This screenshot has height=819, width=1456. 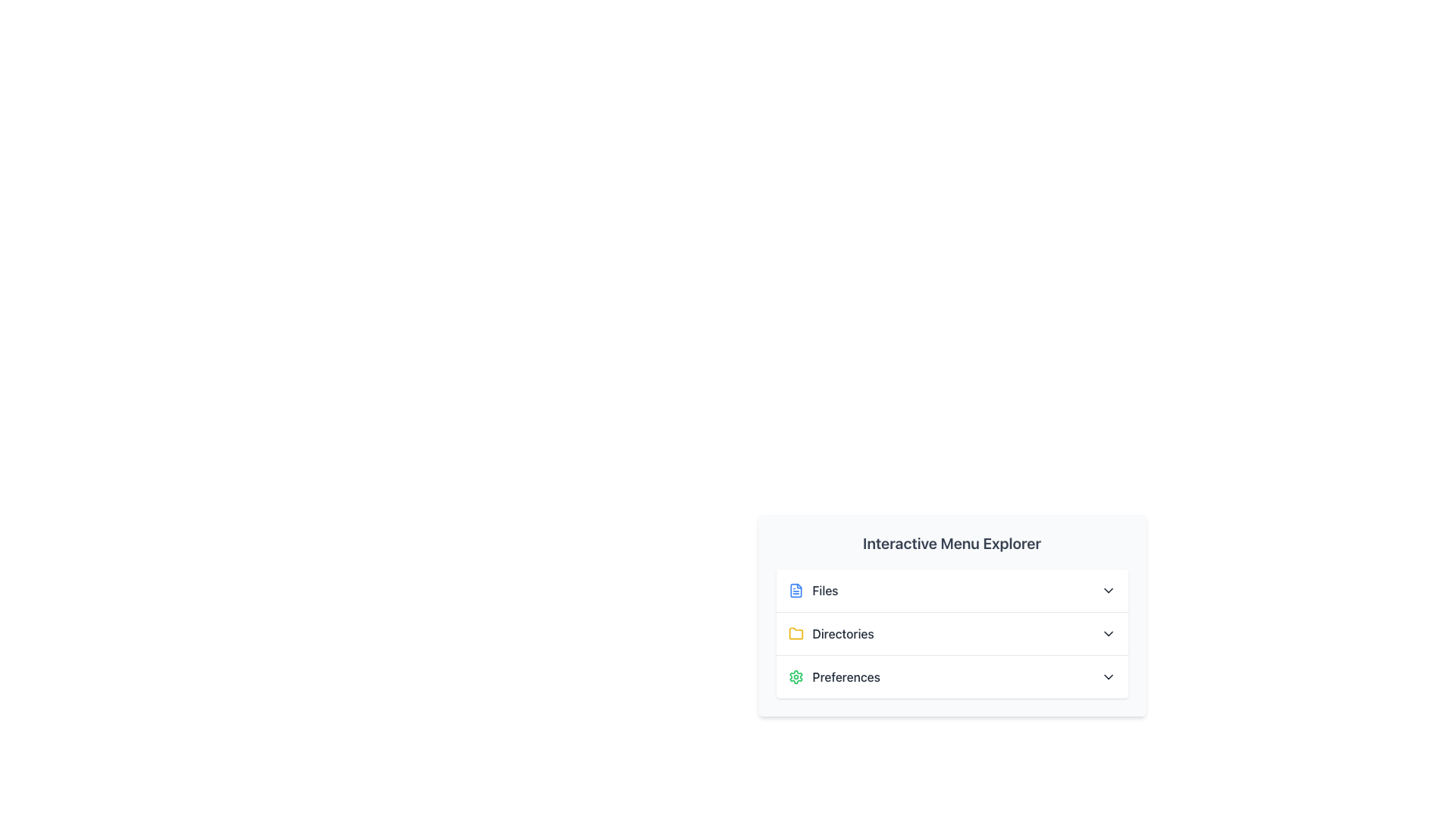 I want to click on the third text label in the 'Interactive Menu Explorer' section, so click(x=846, y=676).